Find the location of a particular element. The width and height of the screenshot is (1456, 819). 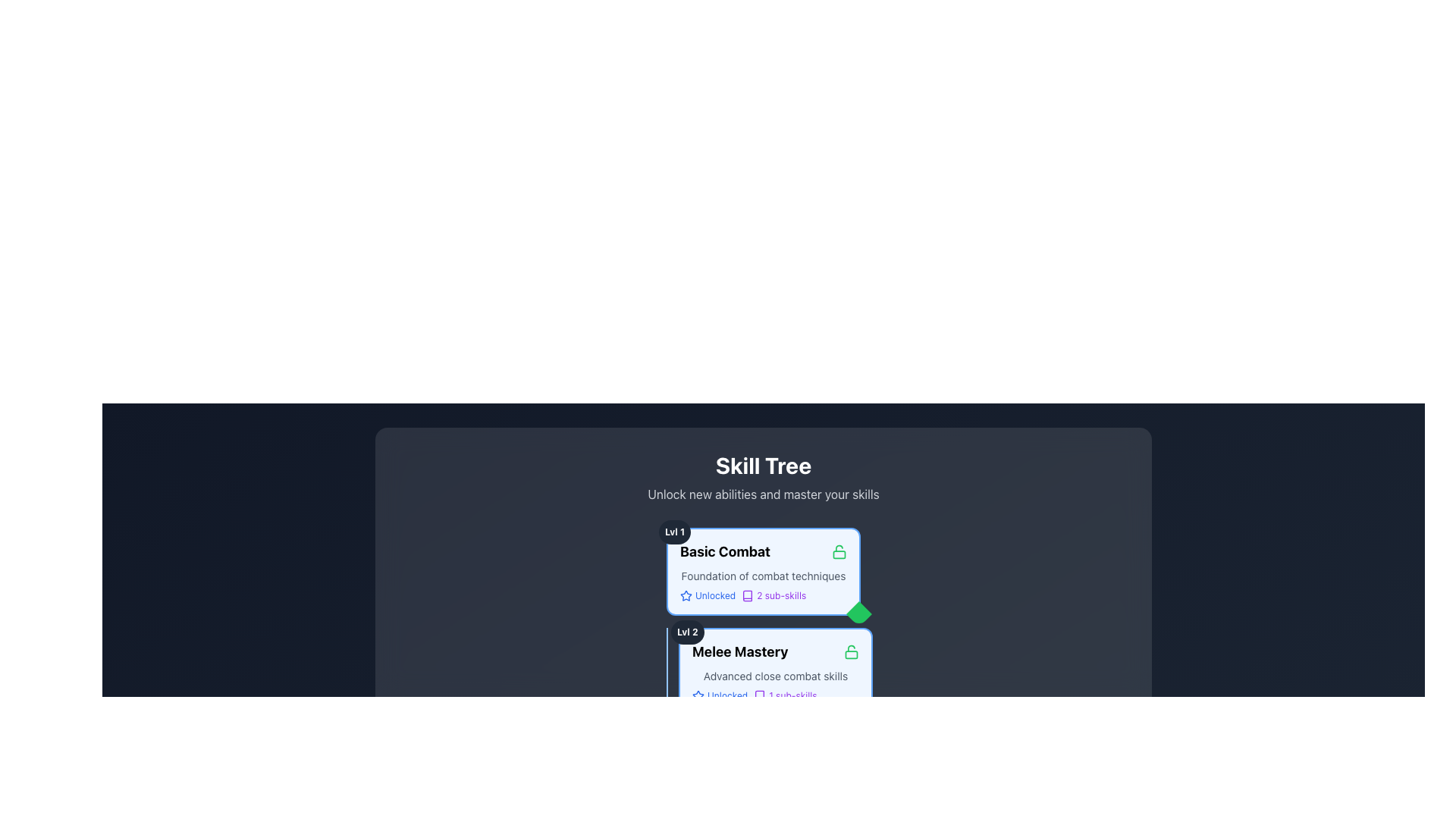

the static text element displaying '2 sub-skills', which is styled in a purple font and located next to the book icon within the 'Basic Combat' skill card is located at coordinates (781, 595).